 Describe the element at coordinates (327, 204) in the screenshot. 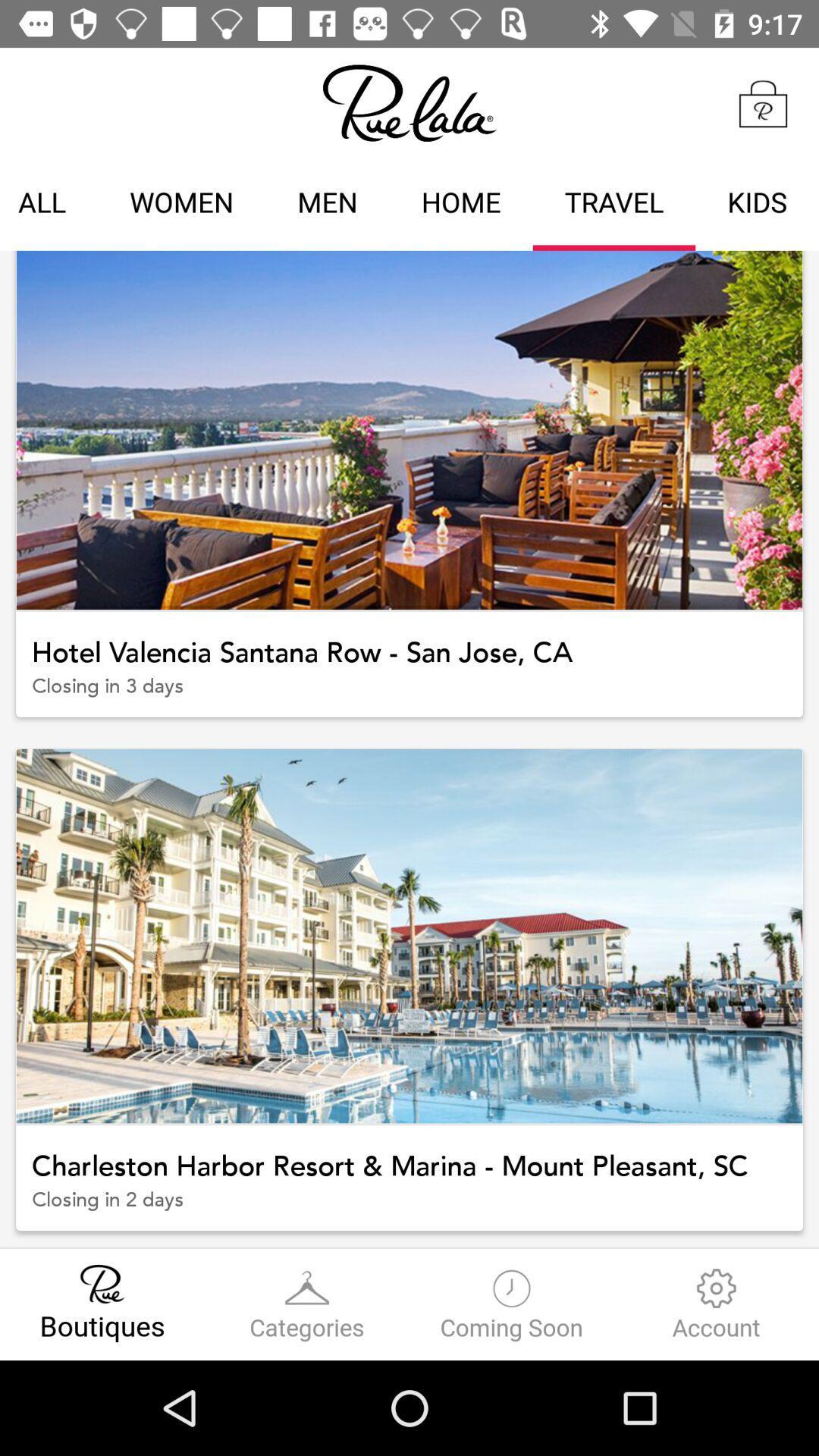

I see `the men icon` at that location.